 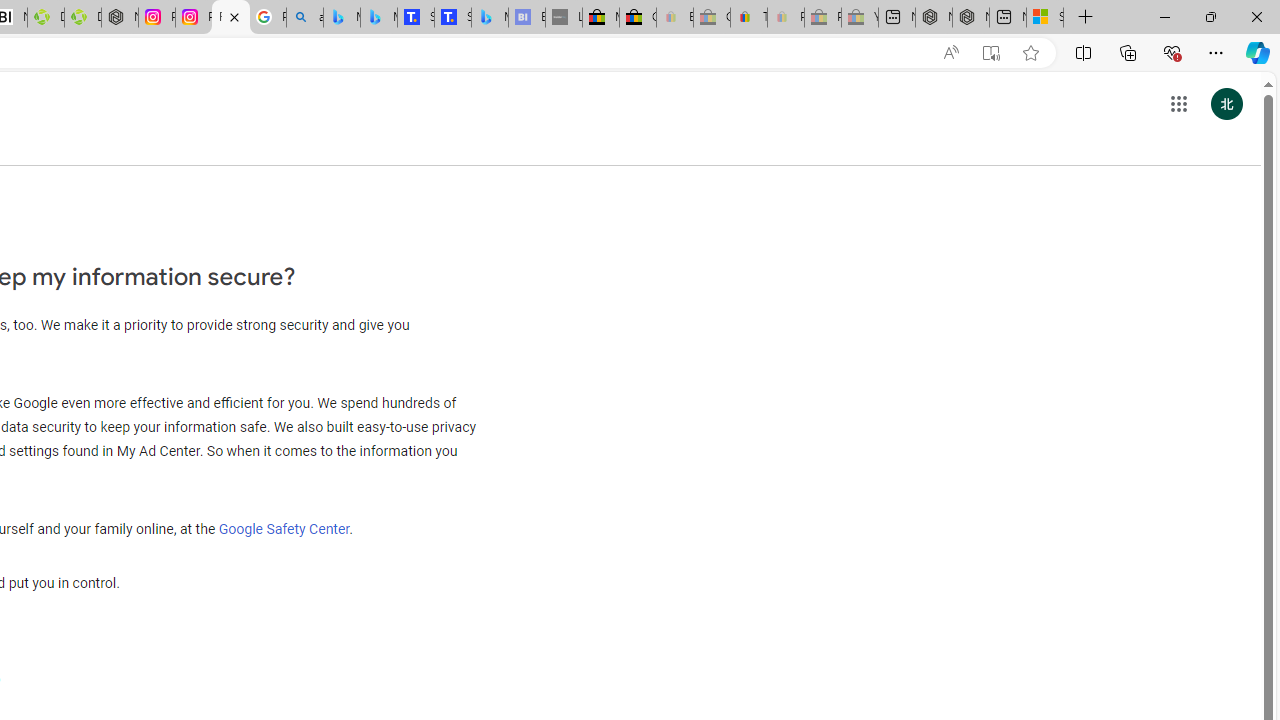 I want to click on 'Descarga Driver Updater', so click(x=82, y=17).